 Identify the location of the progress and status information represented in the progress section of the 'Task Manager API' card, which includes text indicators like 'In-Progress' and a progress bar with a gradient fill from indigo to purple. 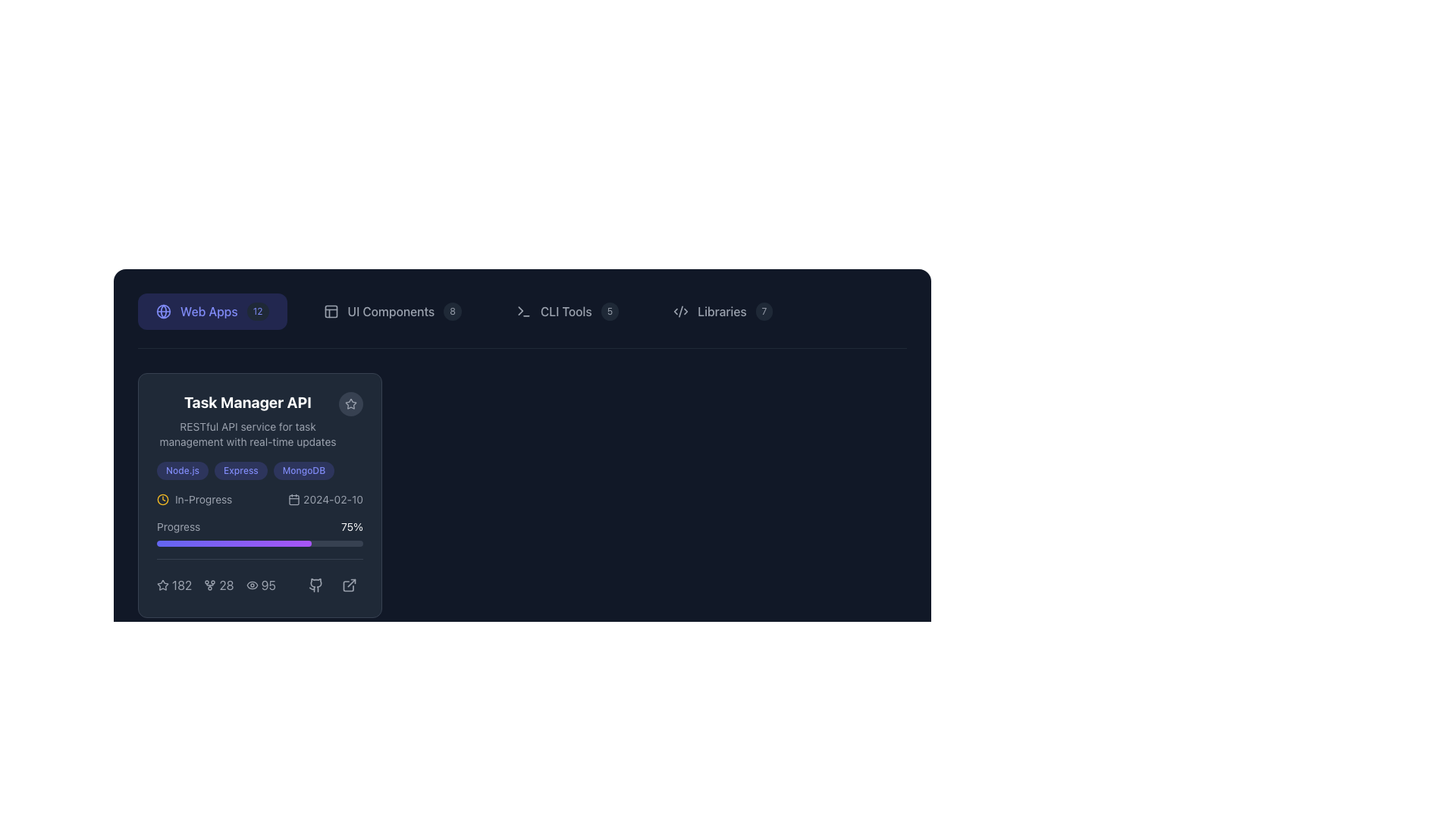
(259, 544).